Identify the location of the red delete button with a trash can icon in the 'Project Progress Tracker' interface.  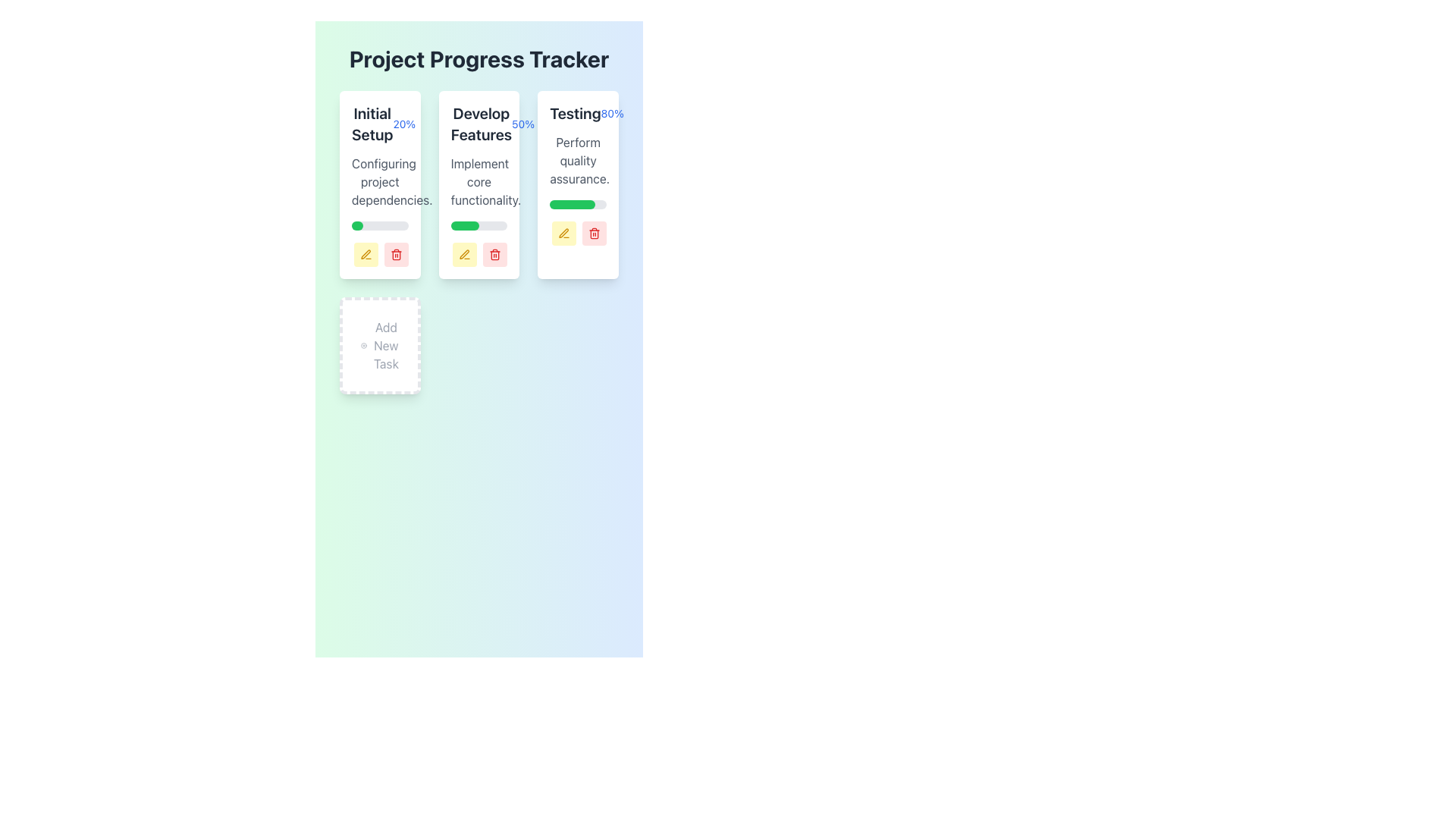
(495, 253).